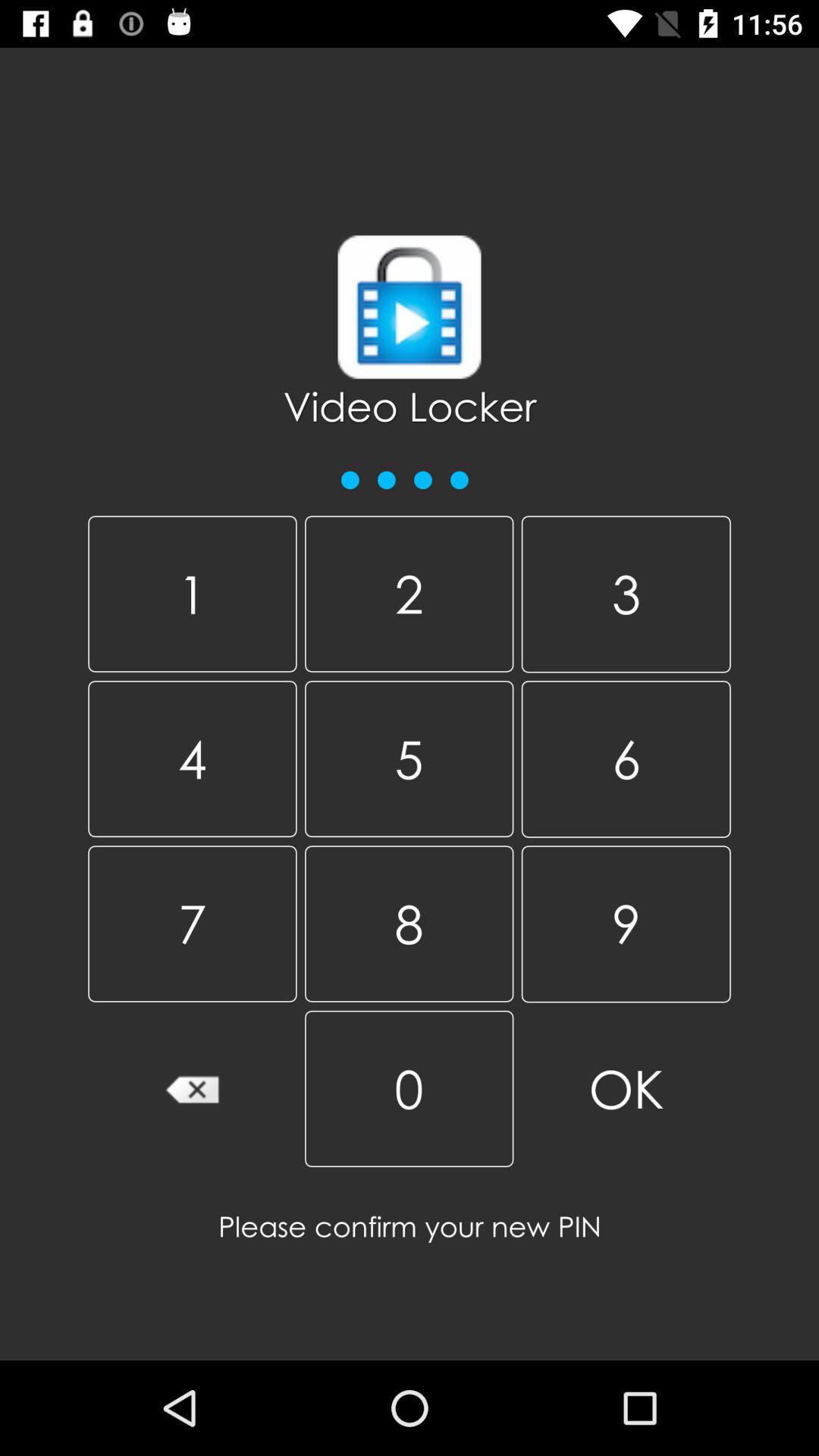  Describe the element at coordinates (626, 923) in the screenshot. I see `item to the right of 5 icon` at that location.